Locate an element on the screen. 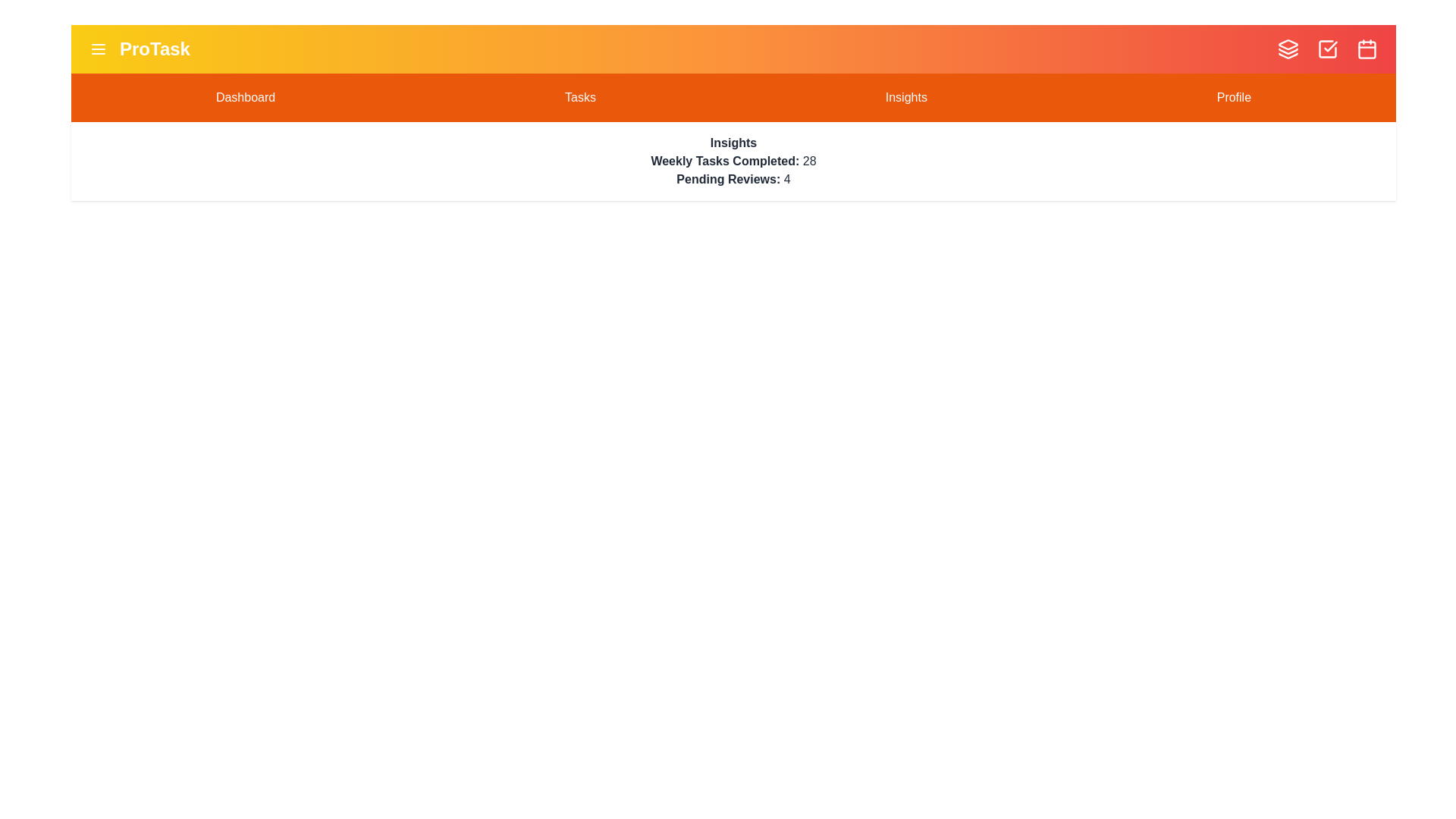 The height and width of the screenshot is (819, 1456). the Profile section in the navigation bar is located at coordinates (1234, 97).